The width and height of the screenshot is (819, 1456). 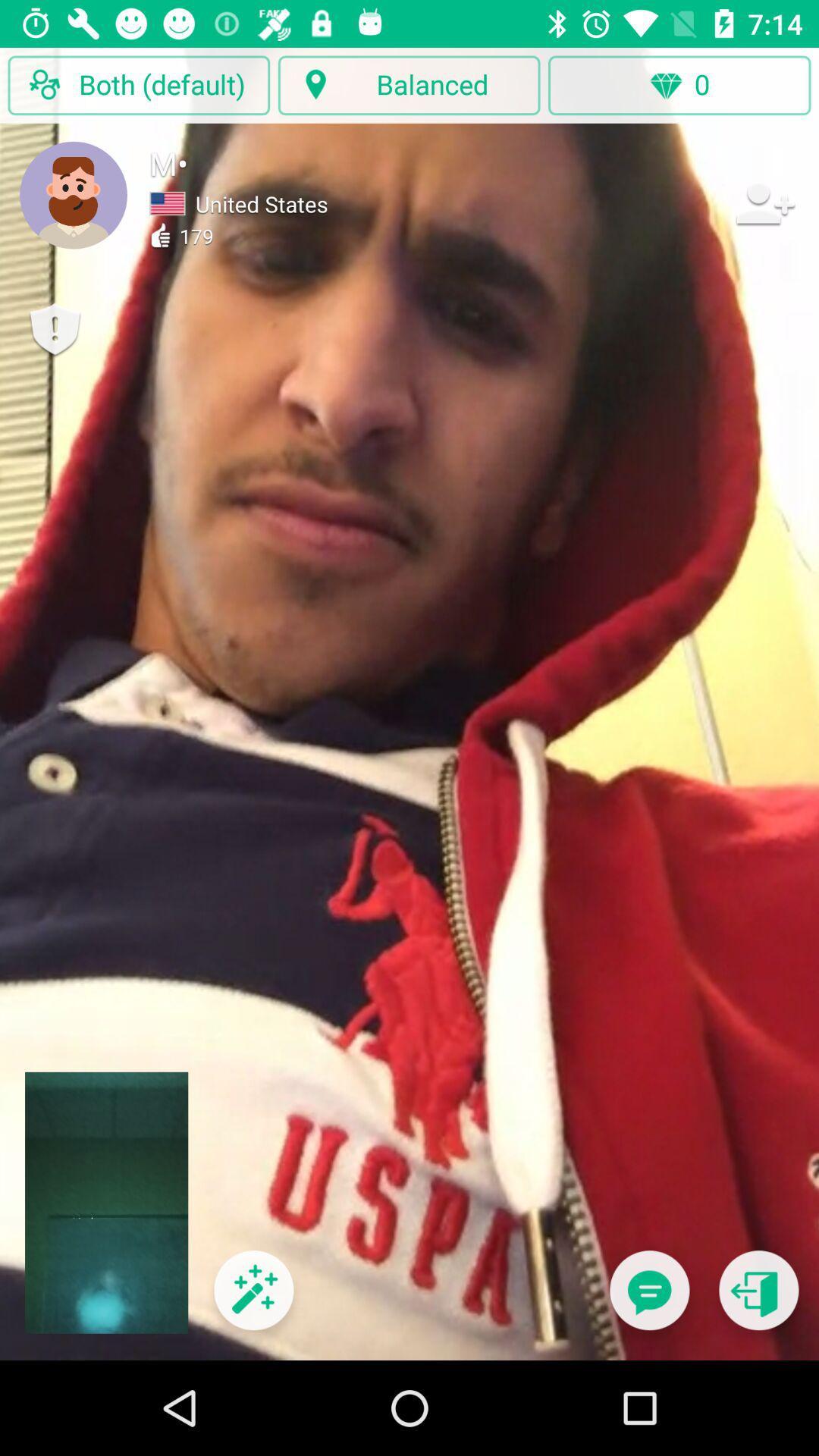 What do you see at coordinates (253, 1299) in the screenshot?
I see `effects` at bounding box center [253, 1299].